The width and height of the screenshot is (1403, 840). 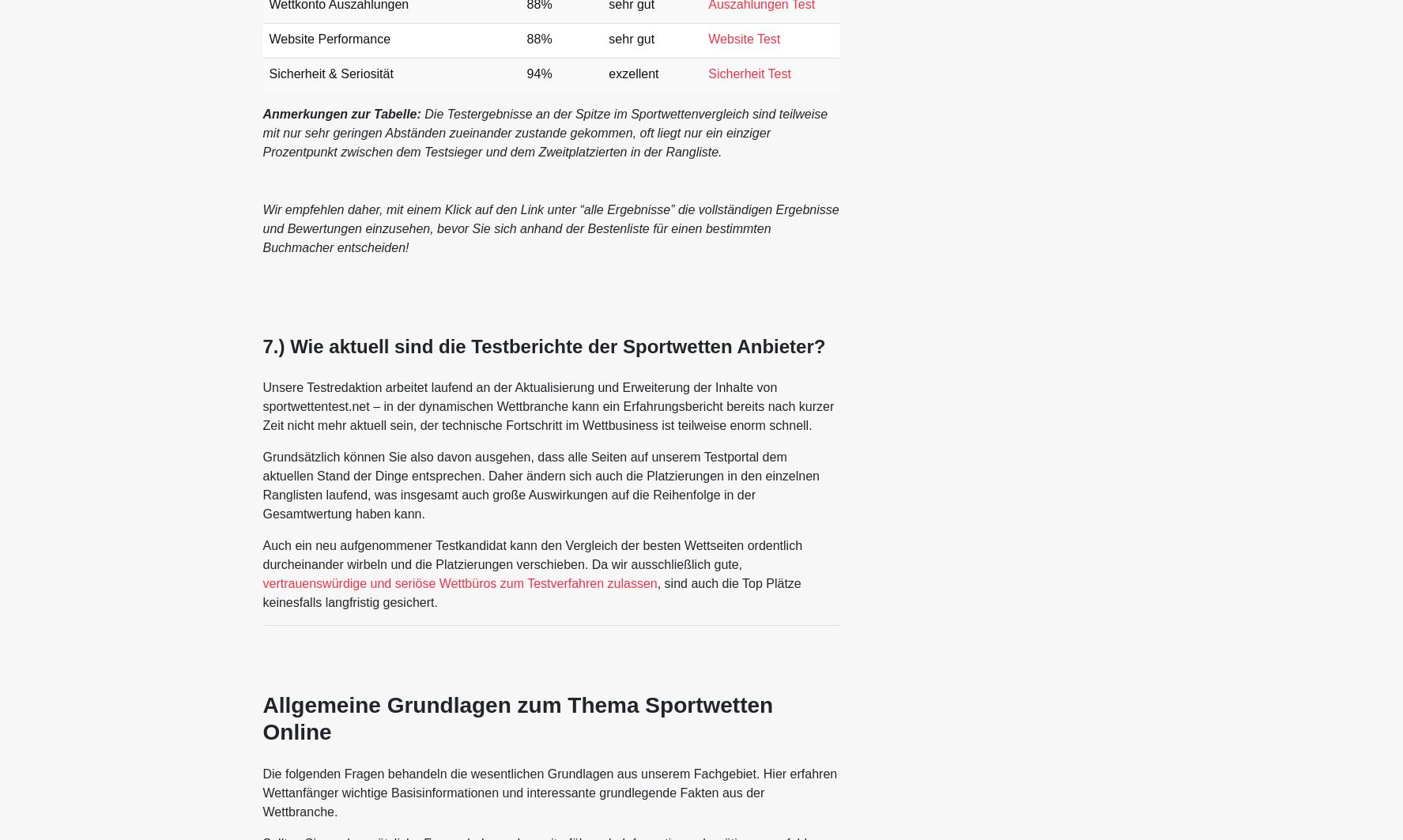 What do you see at coordinates (261, 346) in the screenshot?
I see `'7.) Wie aktuell sind die Testberichte der Sportwetten Anbieter?'` at bounding box center [261, 346].